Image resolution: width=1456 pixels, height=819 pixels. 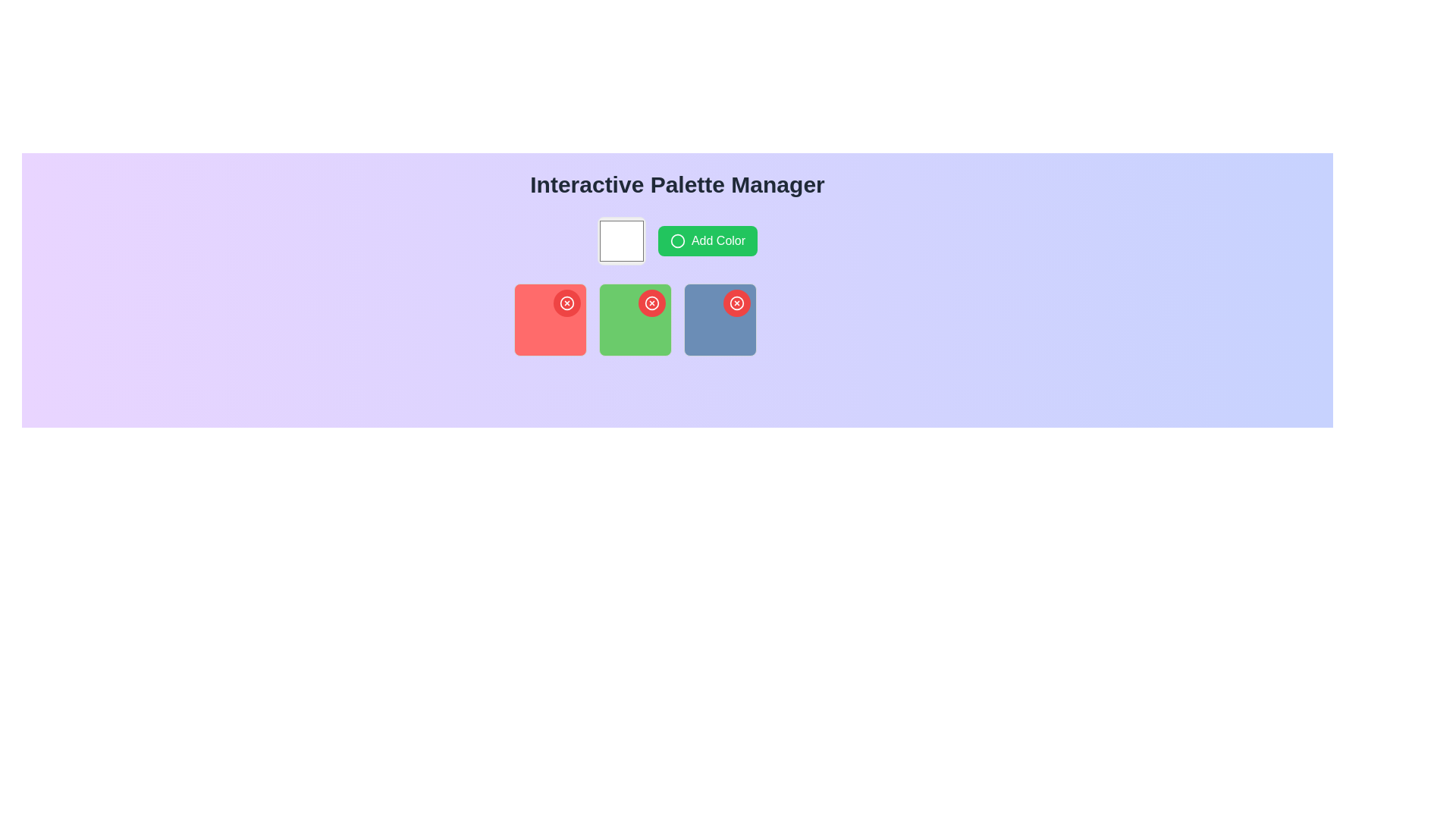 What do you see at coordinates (736, 303) in the screenshot?
I see `the circular delete or cancel button located at the top-right corner of the red square within the SVG icon` at bounding box center [736, 303].